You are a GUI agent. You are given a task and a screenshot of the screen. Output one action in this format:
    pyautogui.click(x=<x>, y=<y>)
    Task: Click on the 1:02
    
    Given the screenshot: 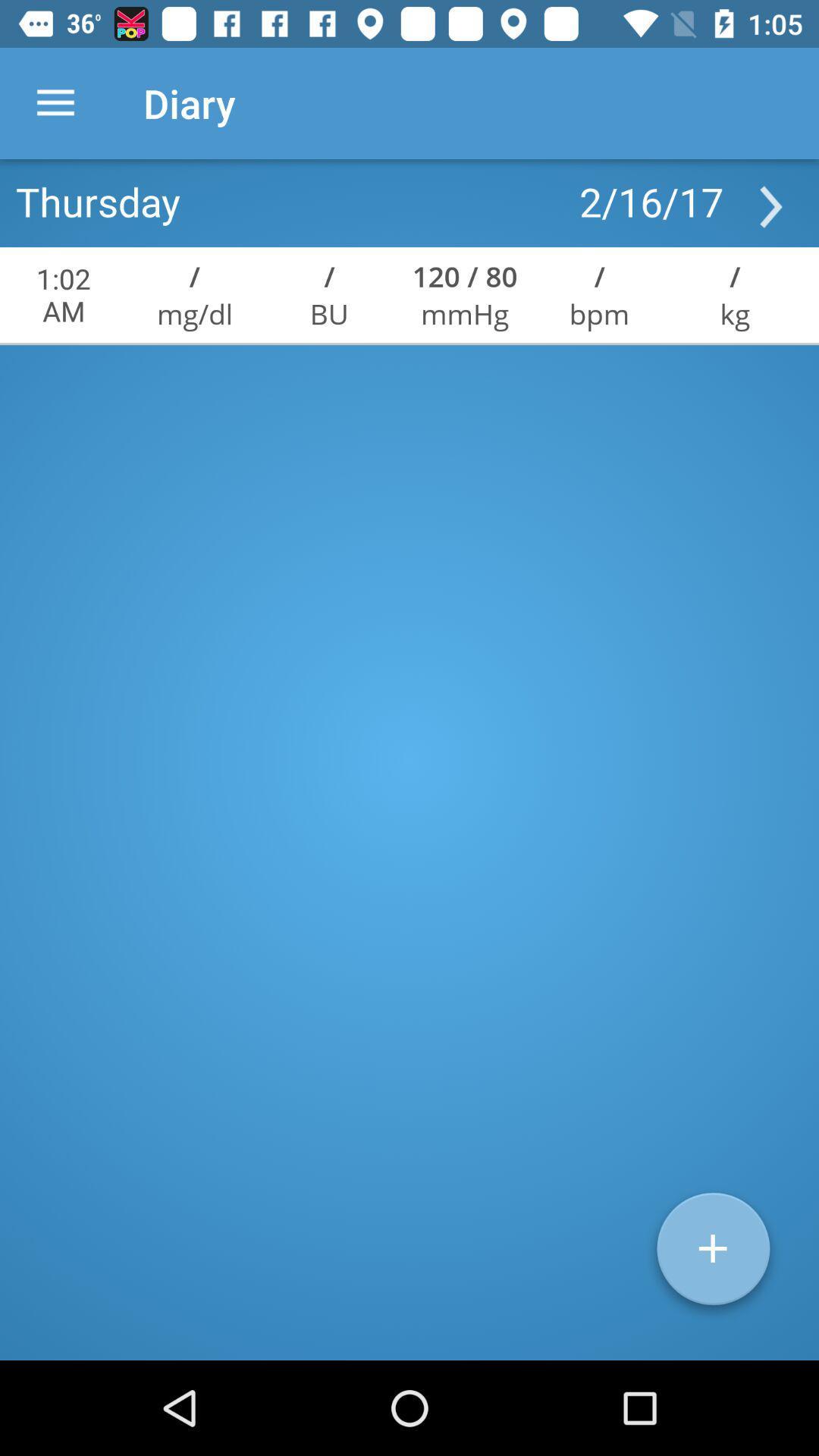 What is the action you would take?
    pyautogui.click(x=63, y=295)
    